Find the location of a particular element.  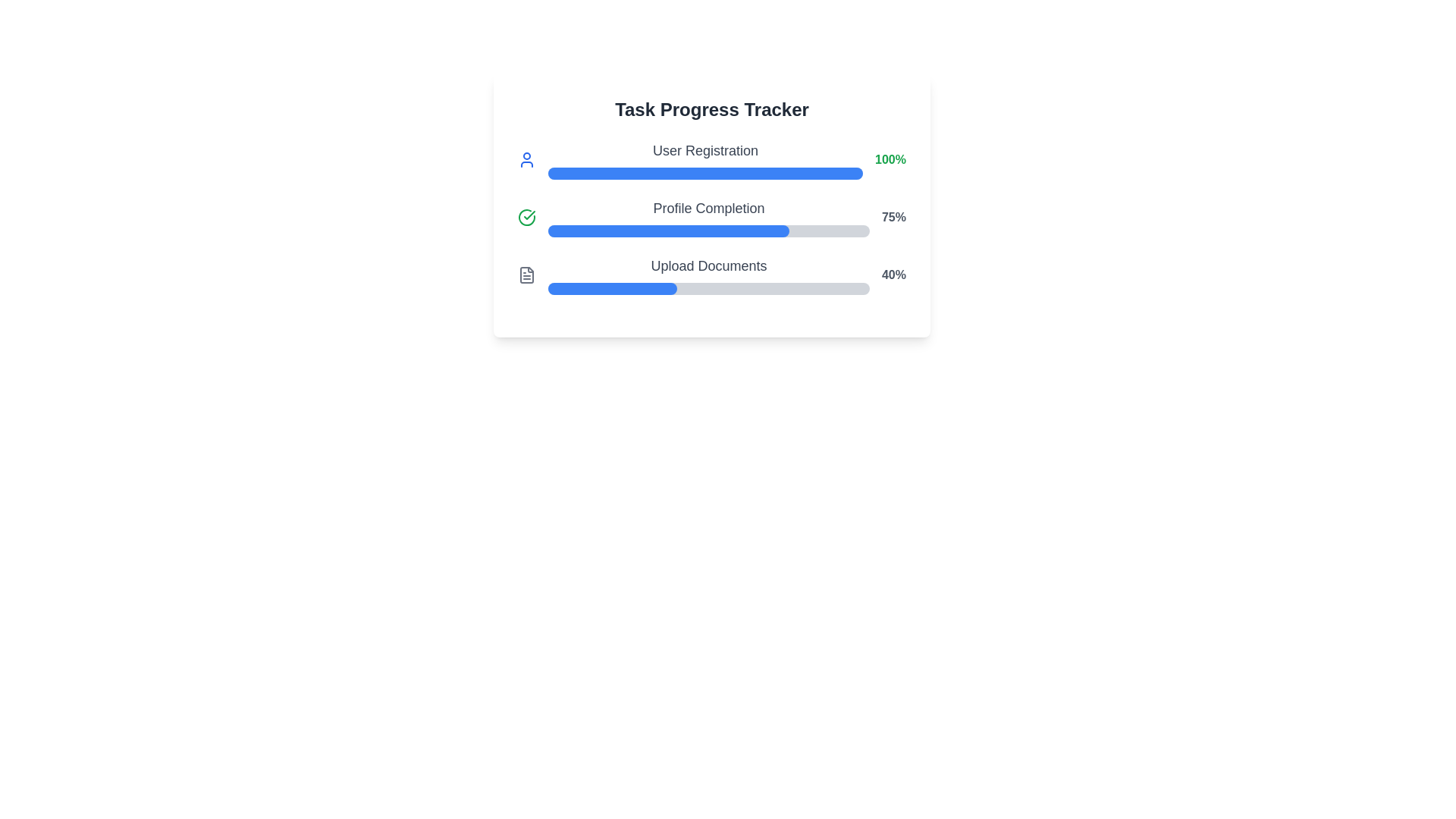

text label 'Profile Completion' of the Progress Tracker, which indicates the user's profile completion status is located at coordinates (708, 217).